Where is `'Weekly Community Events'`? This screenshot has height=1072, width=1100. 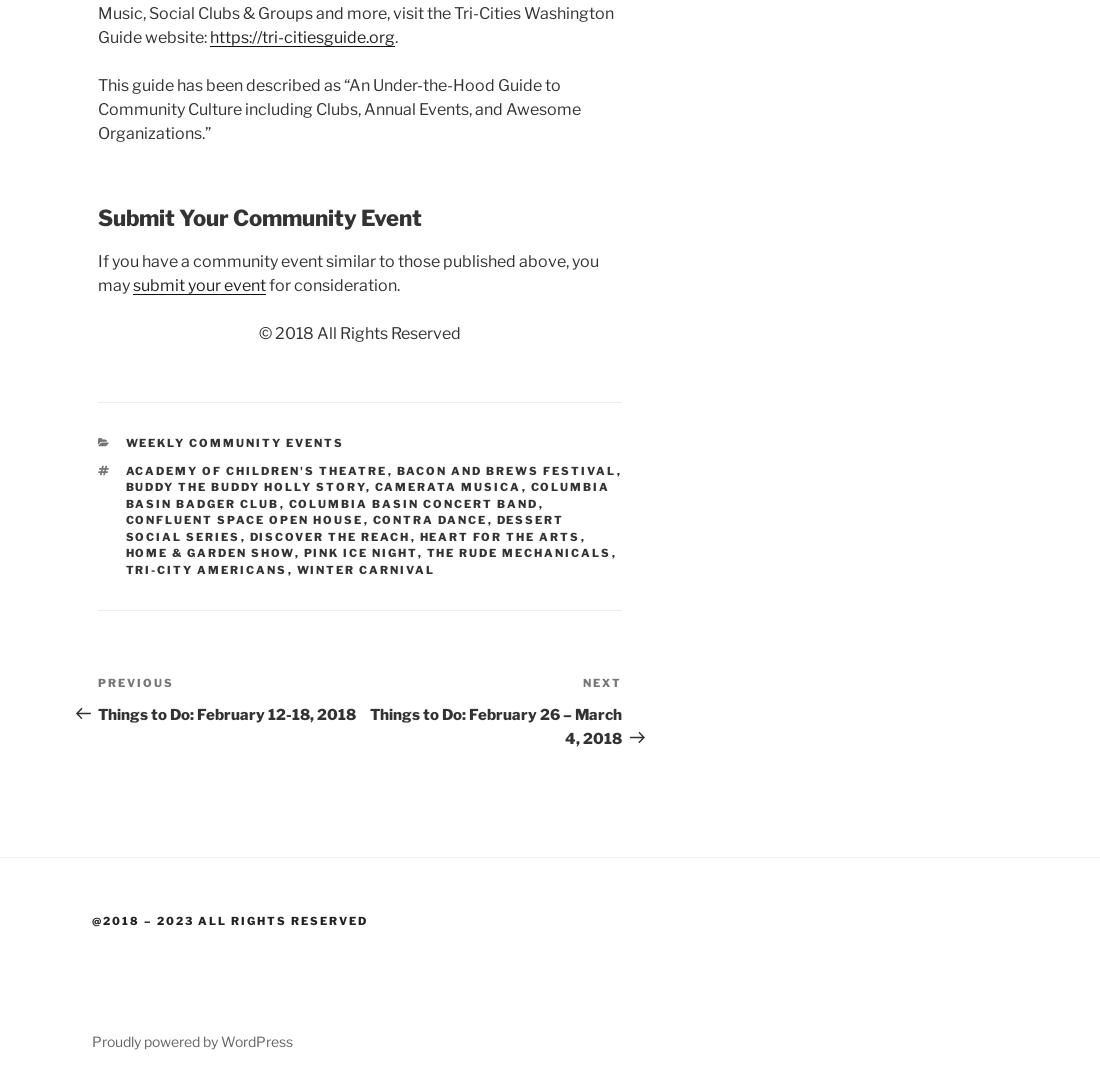 'Weekly Community Events' is located at coordinates (234, 441).